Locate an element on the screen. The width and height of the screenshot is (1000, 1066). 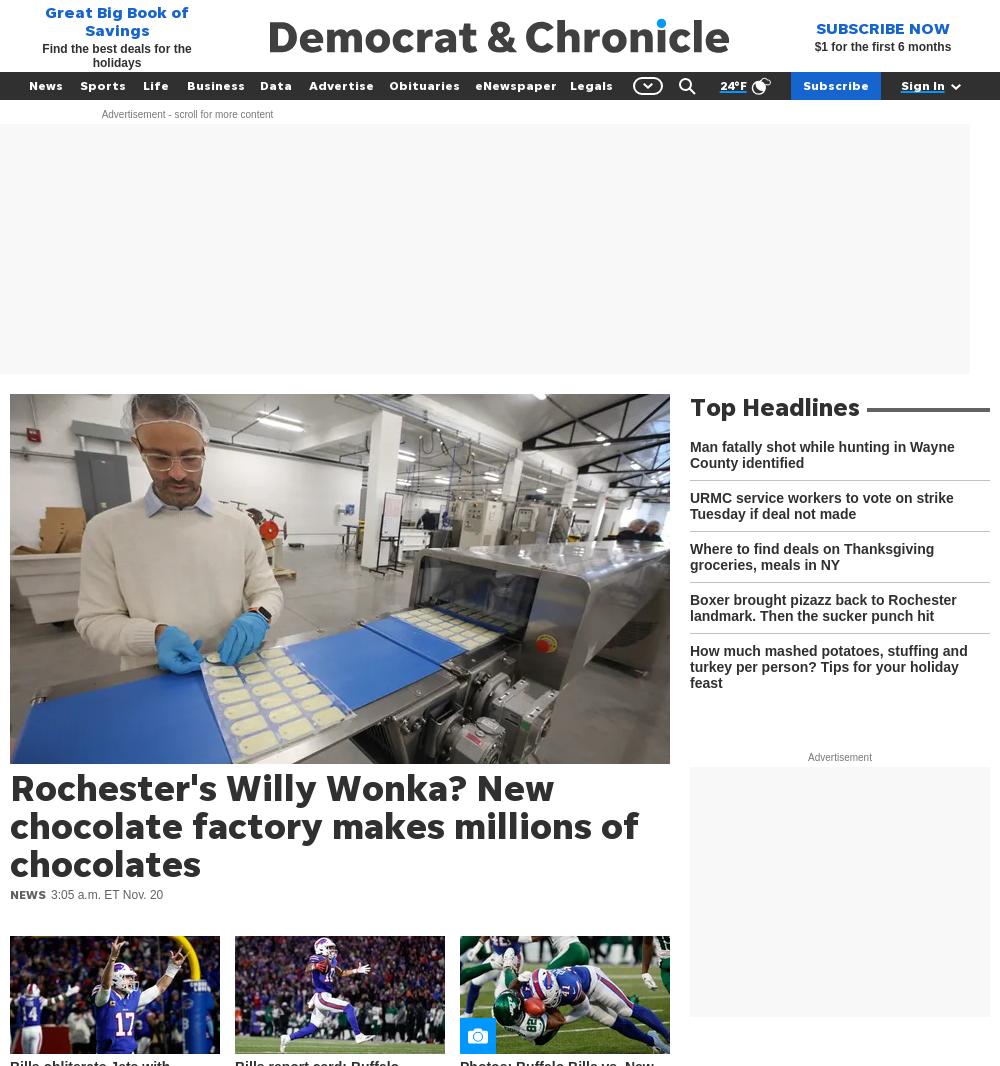
'Business' is located at coordinates (214, 84).